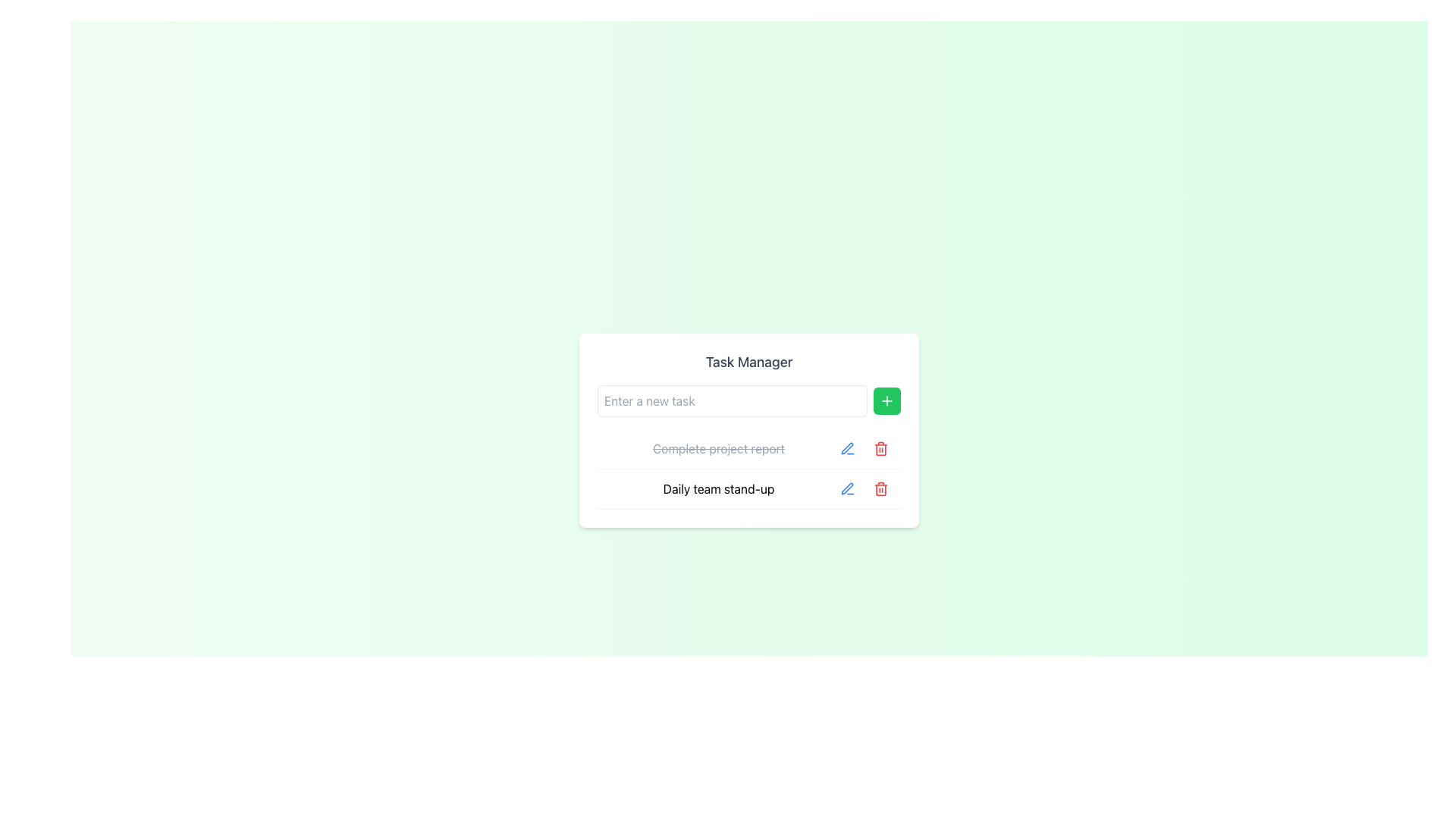 The height and width of the screenshot is (819, 1456). What do you see at coordinates (880, 488) in the screenshot?
I see `the trash bin icon button located in the second entry row of the task list` at bounding box center [880, 488].